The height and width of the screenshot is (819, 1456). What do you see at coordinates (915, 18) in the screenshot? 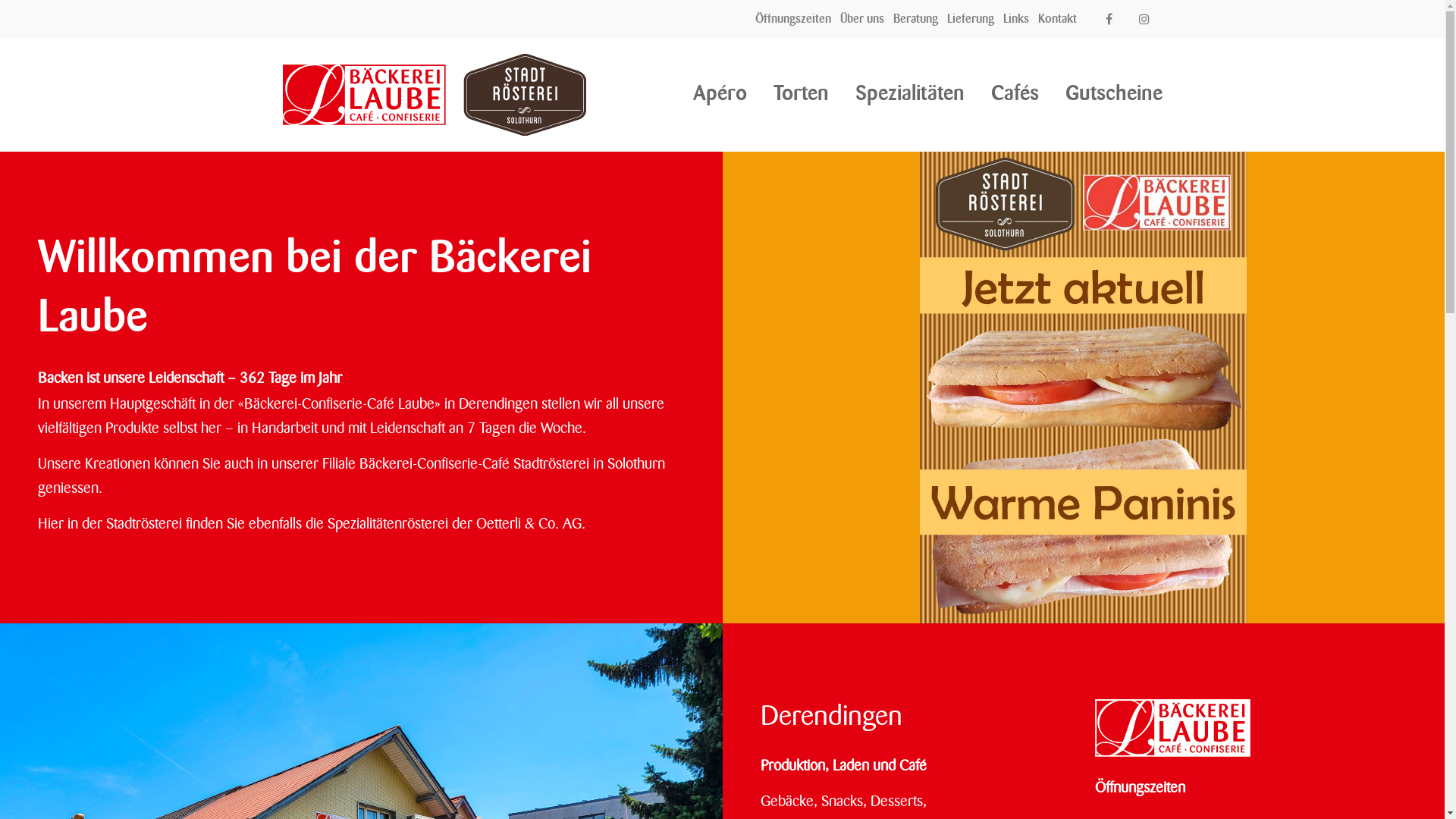
I see `'Beratung'` at bounding box center [915, 18].